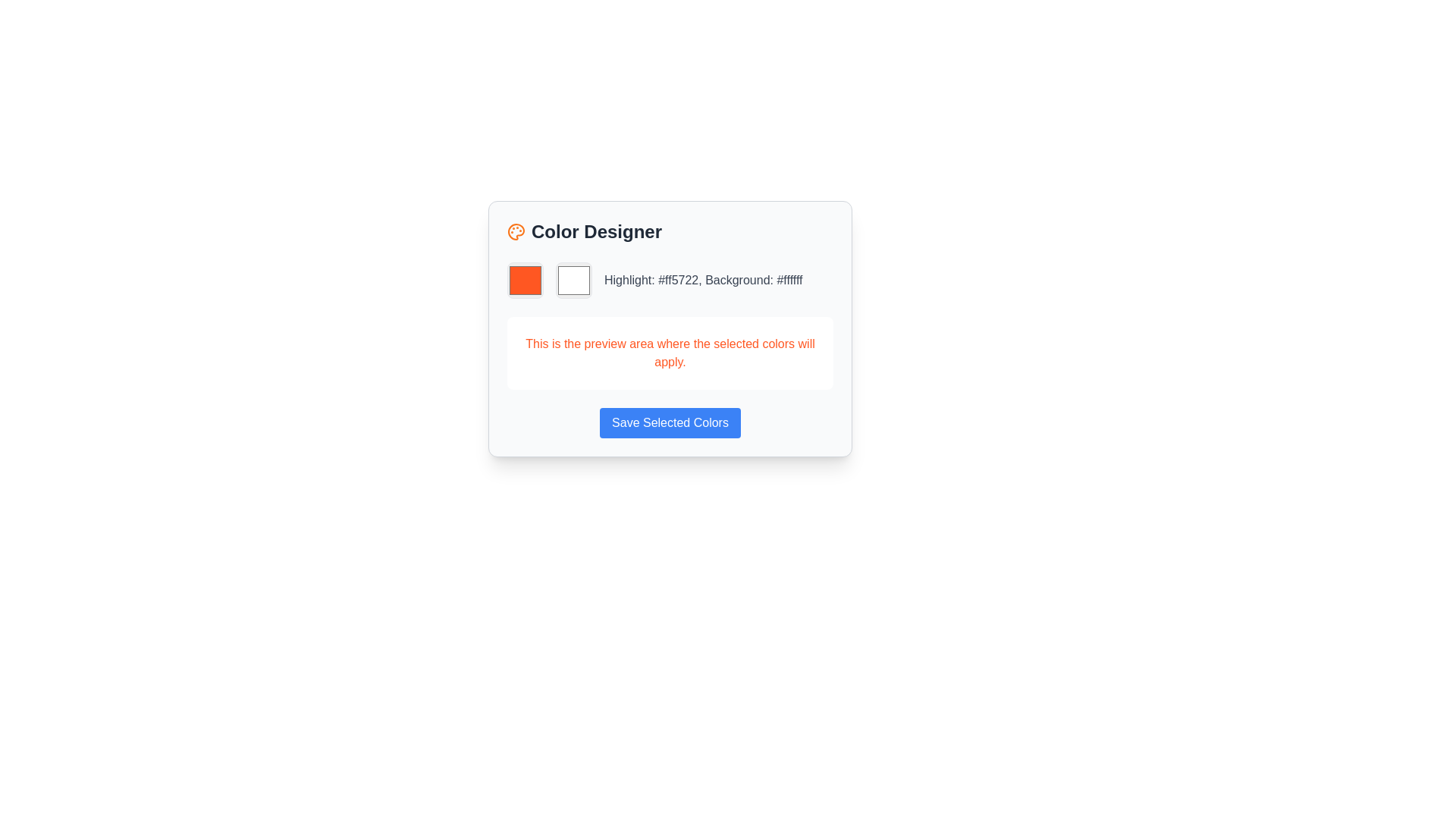 The width and height of the screenshot is (1456, 819). Describe the element at coordinates (525, 281) in the screenshot. I see `the orange color selection box` at that location.